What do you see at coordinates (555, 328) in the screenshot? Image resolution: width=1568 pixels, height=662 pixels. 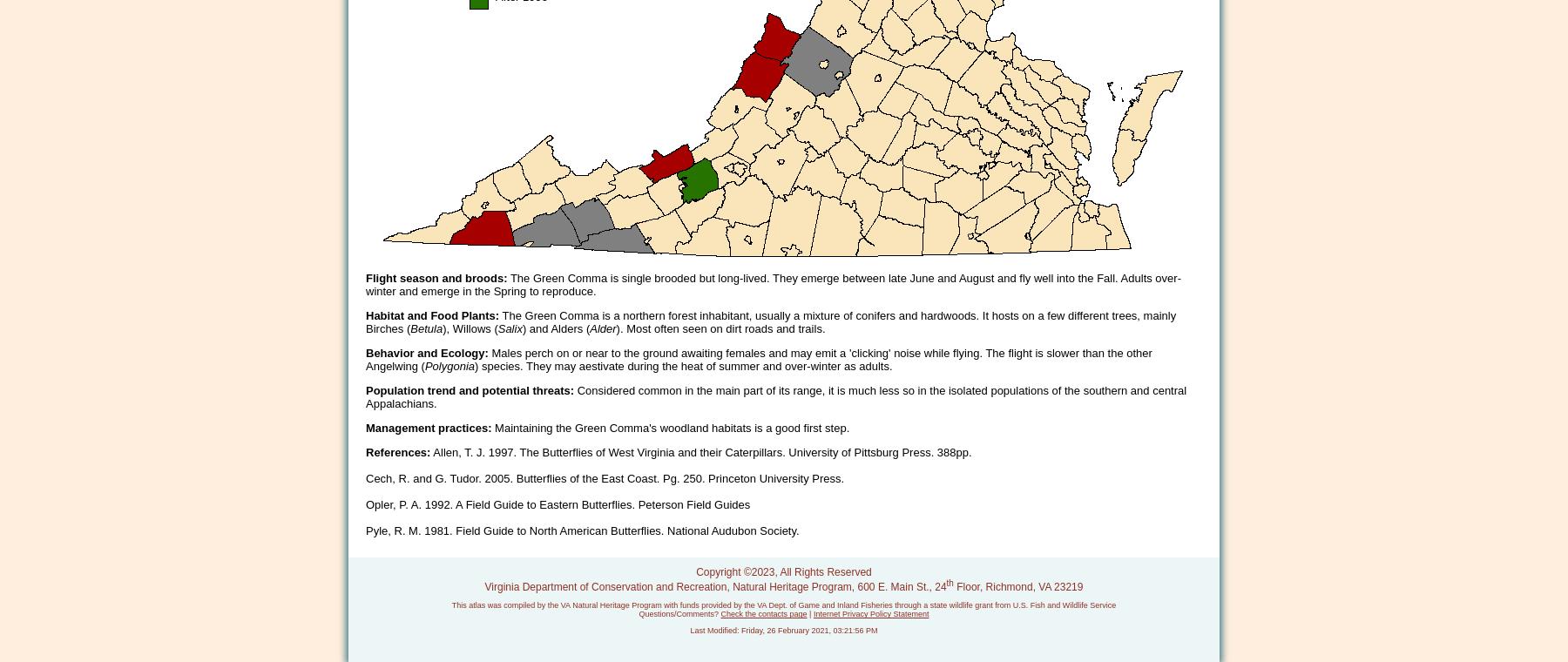 I see `') and Alders ('` at bounding box center [555, 328].